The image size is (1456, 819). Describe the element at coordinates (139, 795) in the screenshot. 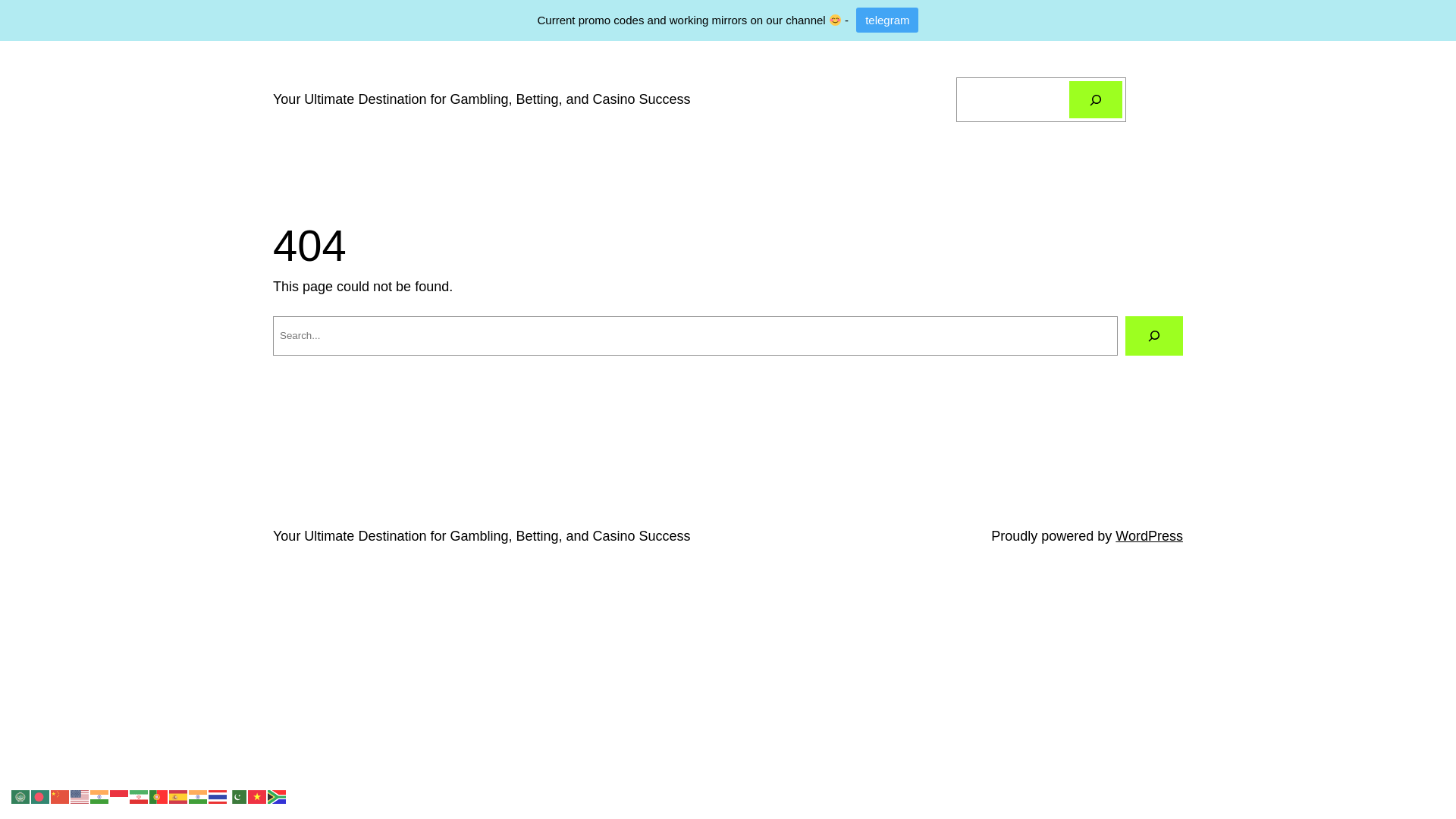

I see `'Persian'` at that location.